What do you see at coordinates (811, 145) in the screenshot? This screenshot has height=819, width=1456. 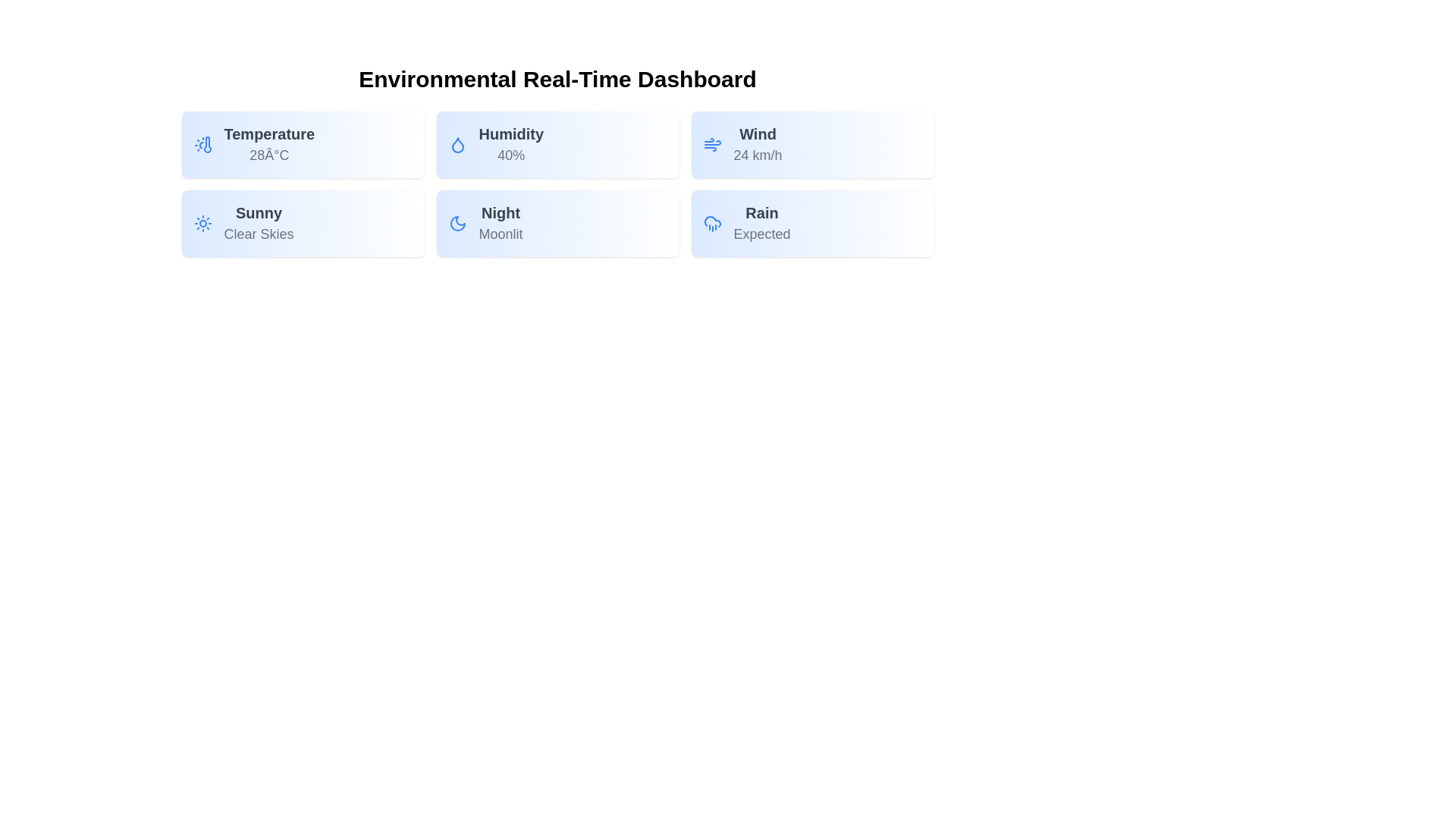 I see `the Informational display card for real-time wind conditions located in the top-right corner of the interface, next to the 'Humidity' card and above the 'Rain' card` at bounding box center [811, 145].